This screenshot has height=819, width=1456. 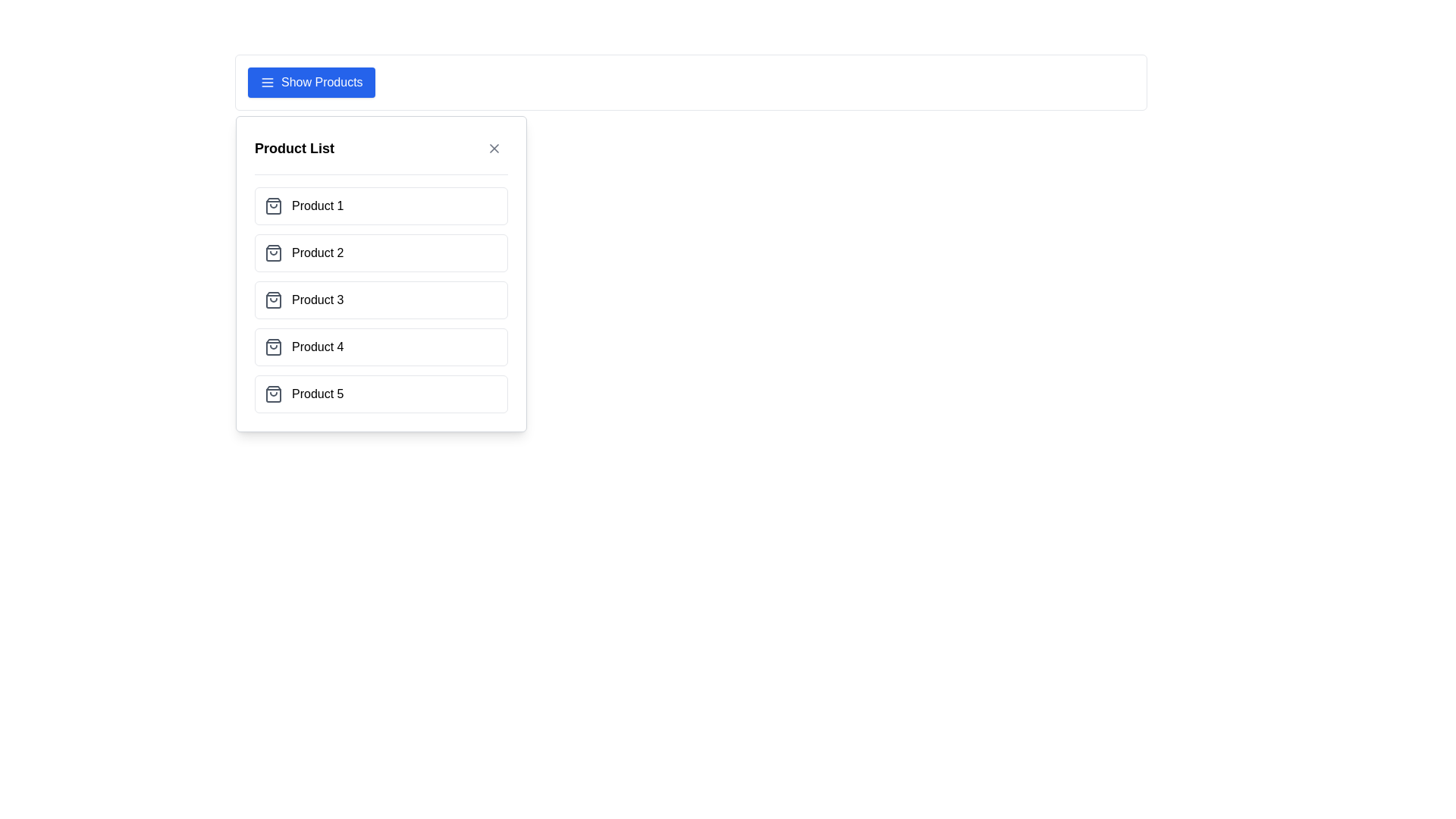 What do you see at coordinates (381, 347) in the screenshot?
I see `the fourth list item labeled 'Product 4'` at bounding box center [381, 347].